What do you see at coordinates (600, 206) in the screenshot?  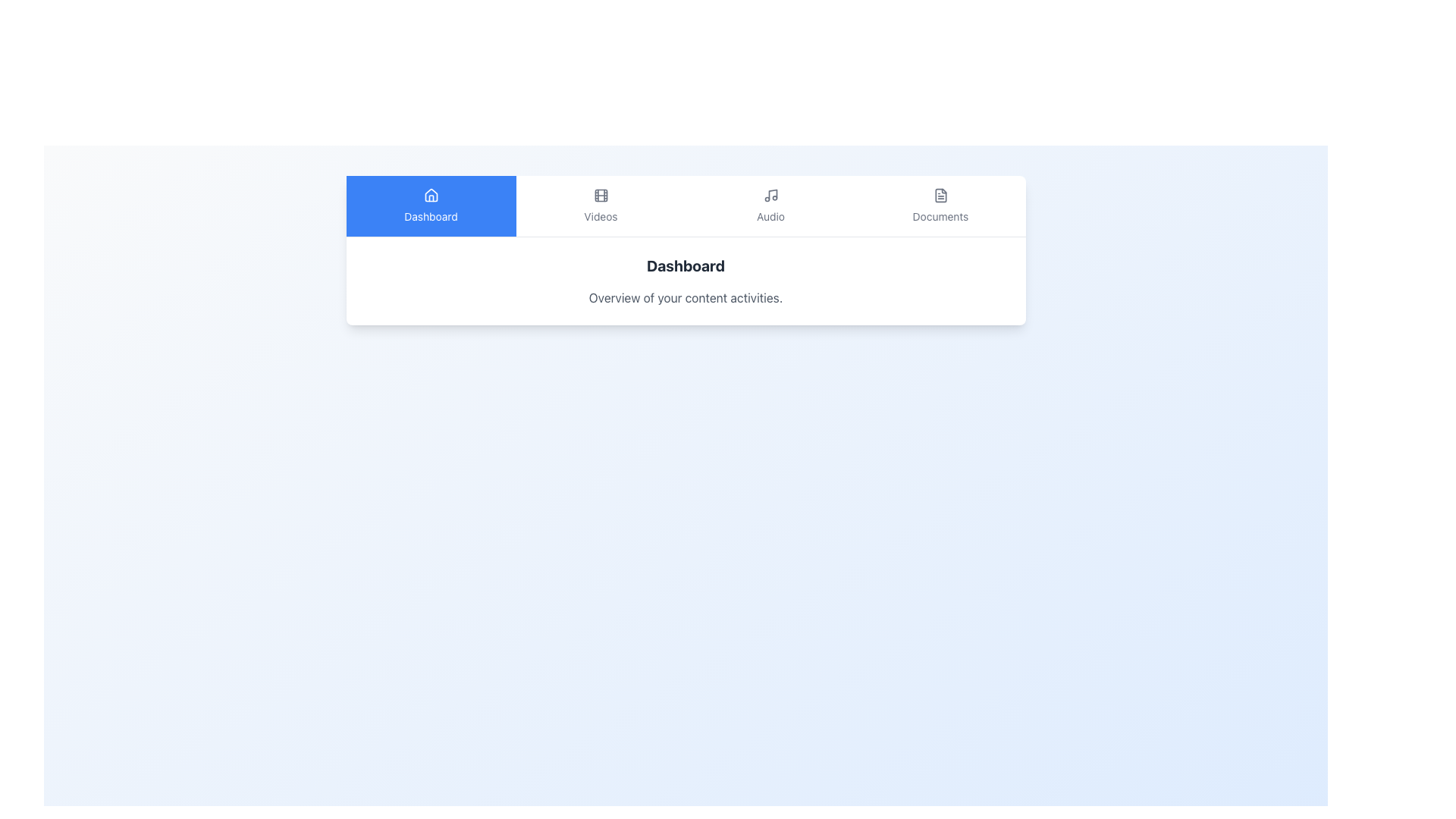 I see `the Navigation Tab that features a film strip icon and the text 'Videos'` at bounding box center [600, 206].